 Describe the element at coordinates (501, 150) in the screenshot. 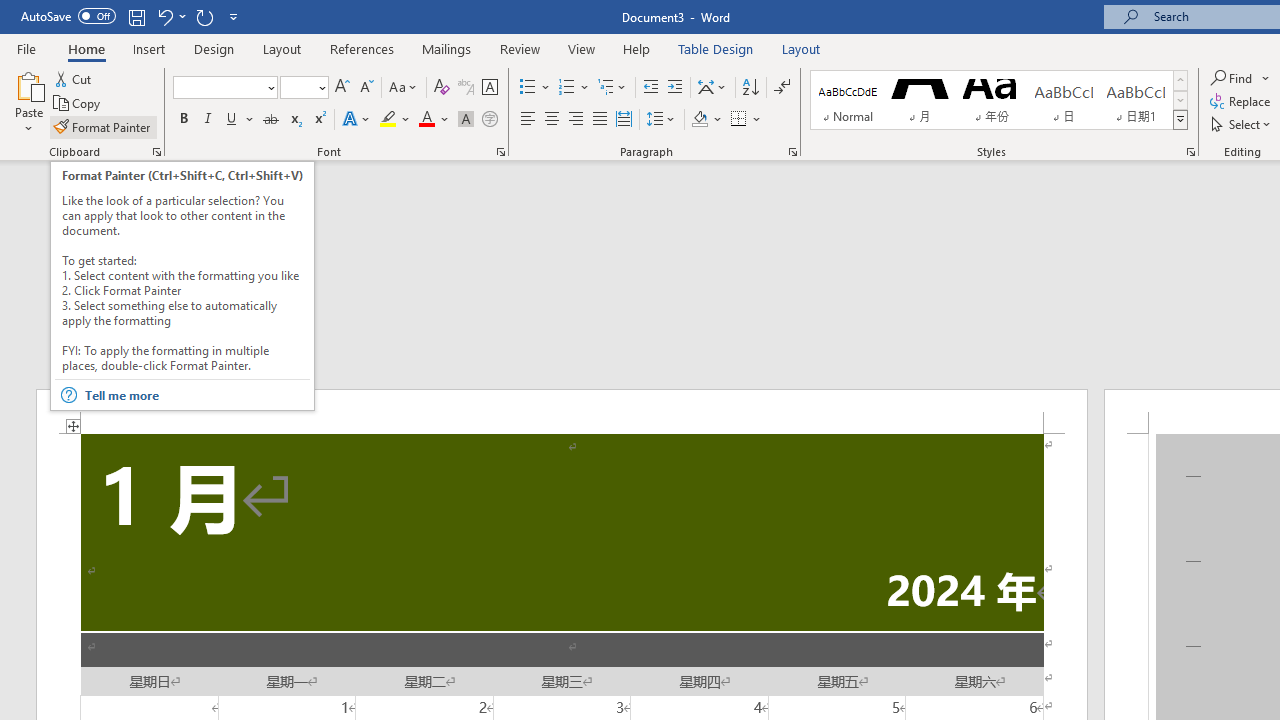

I see `'Font...'` at that location.